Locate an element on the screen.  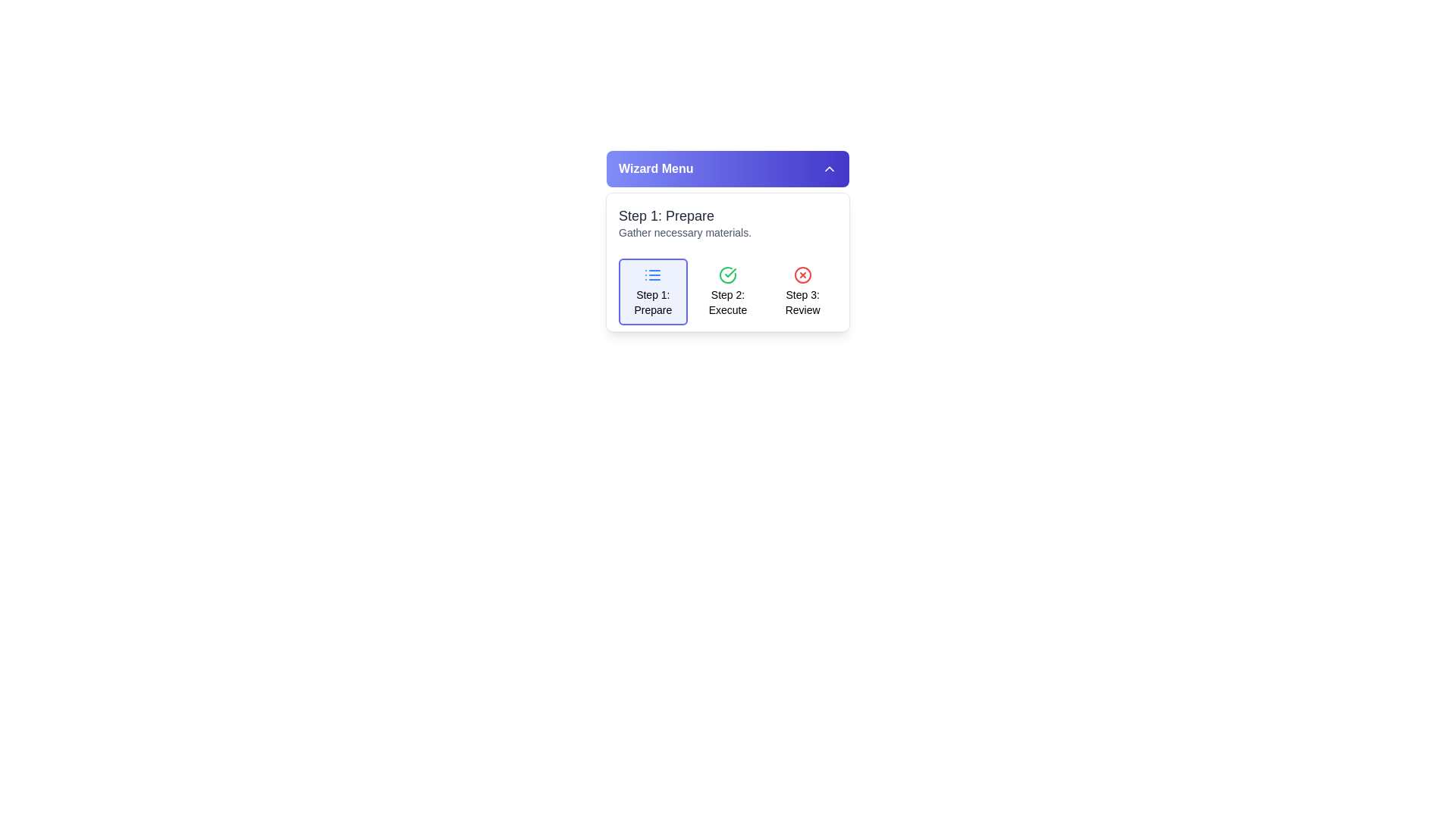
the second step button in the interactive wizard interface is located at coordinates (728, 291).